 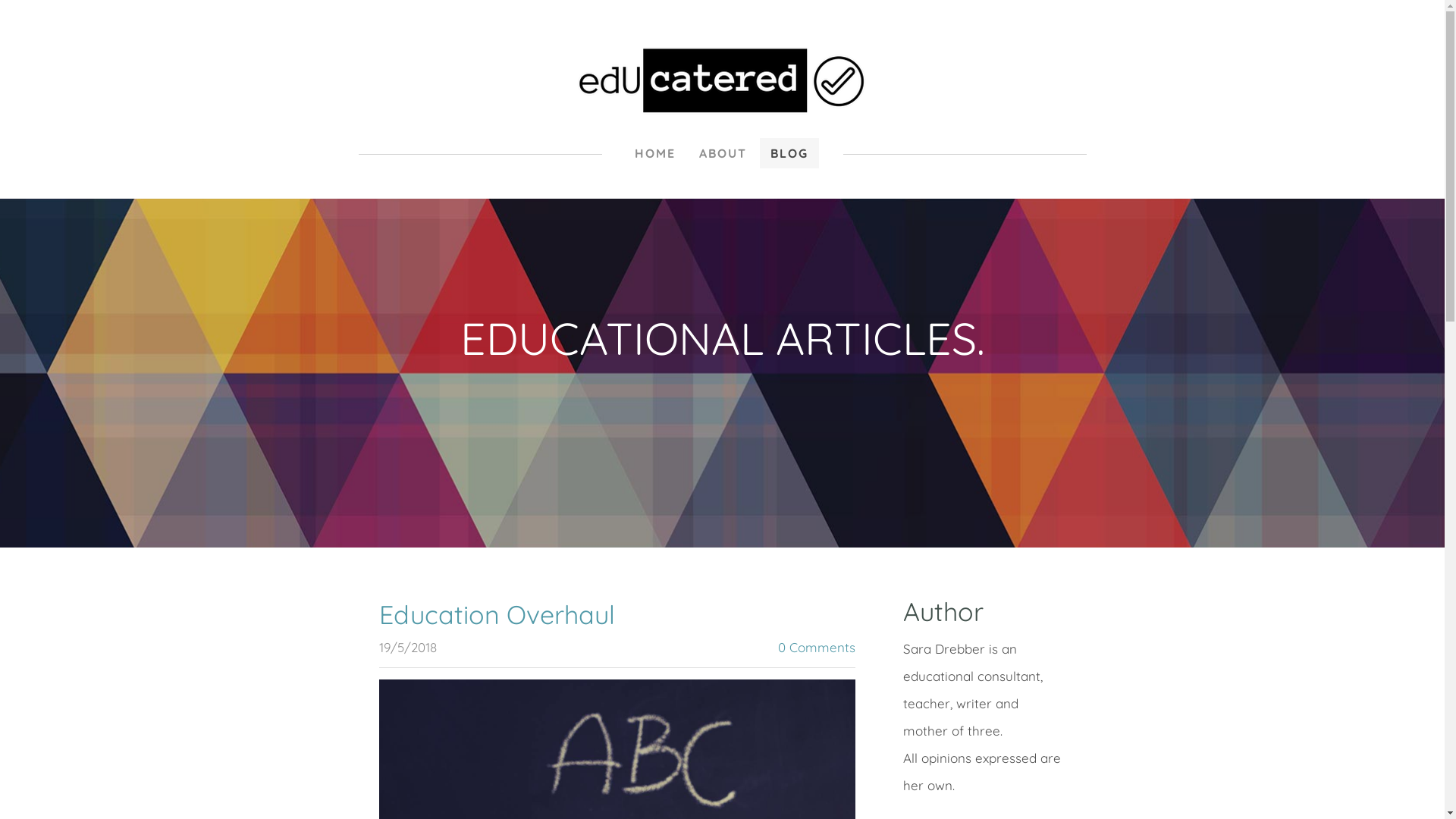 I want to click on 'BLOG', so click(x=789, y=152).